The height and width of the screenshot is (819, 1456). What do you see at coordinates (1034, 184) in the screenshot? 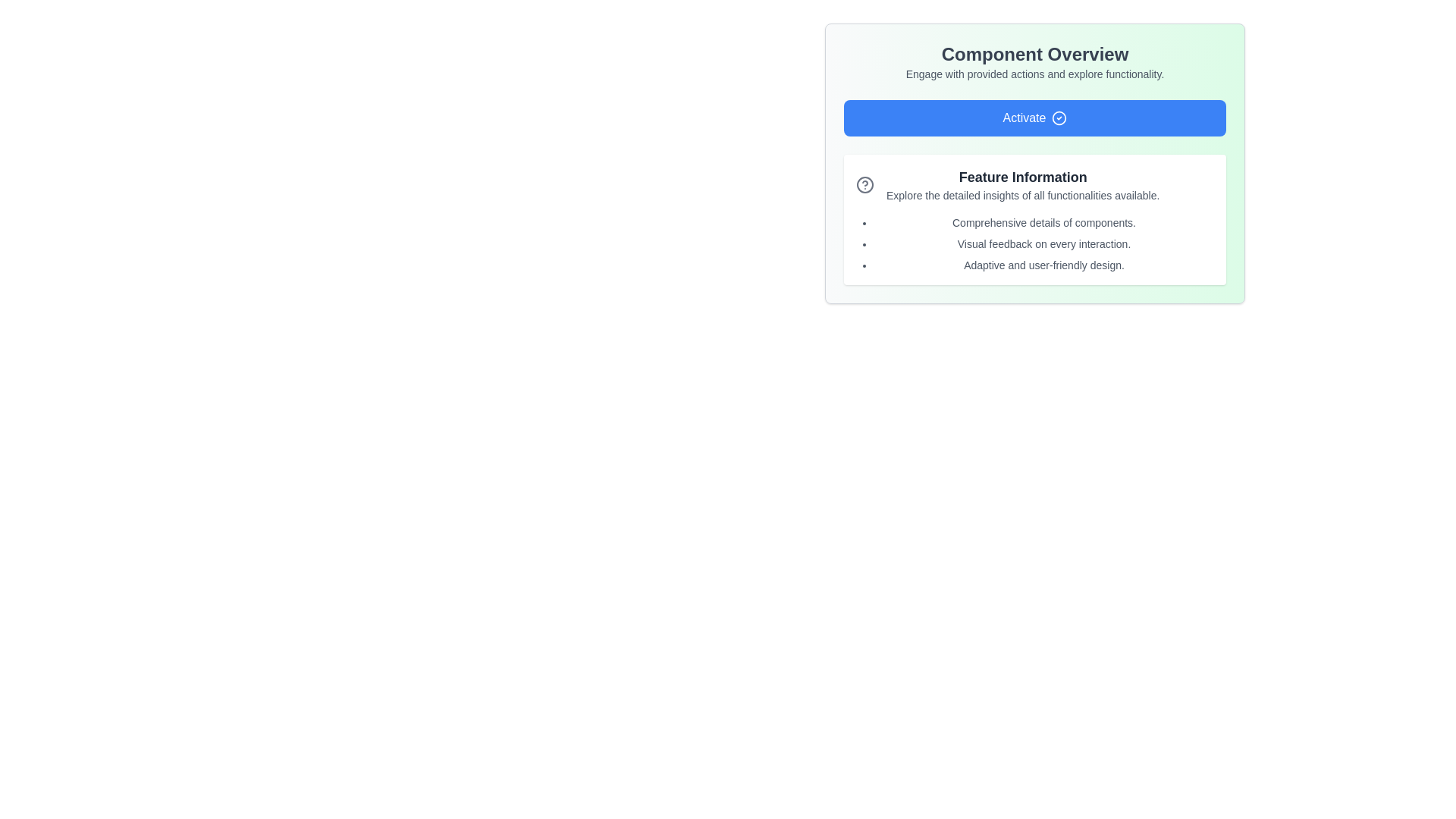
I see `the 'Feature Information' Text Block with Icon, which includes the title and subtitle providing insights about functionalities` at bounding box center [1034, 184].